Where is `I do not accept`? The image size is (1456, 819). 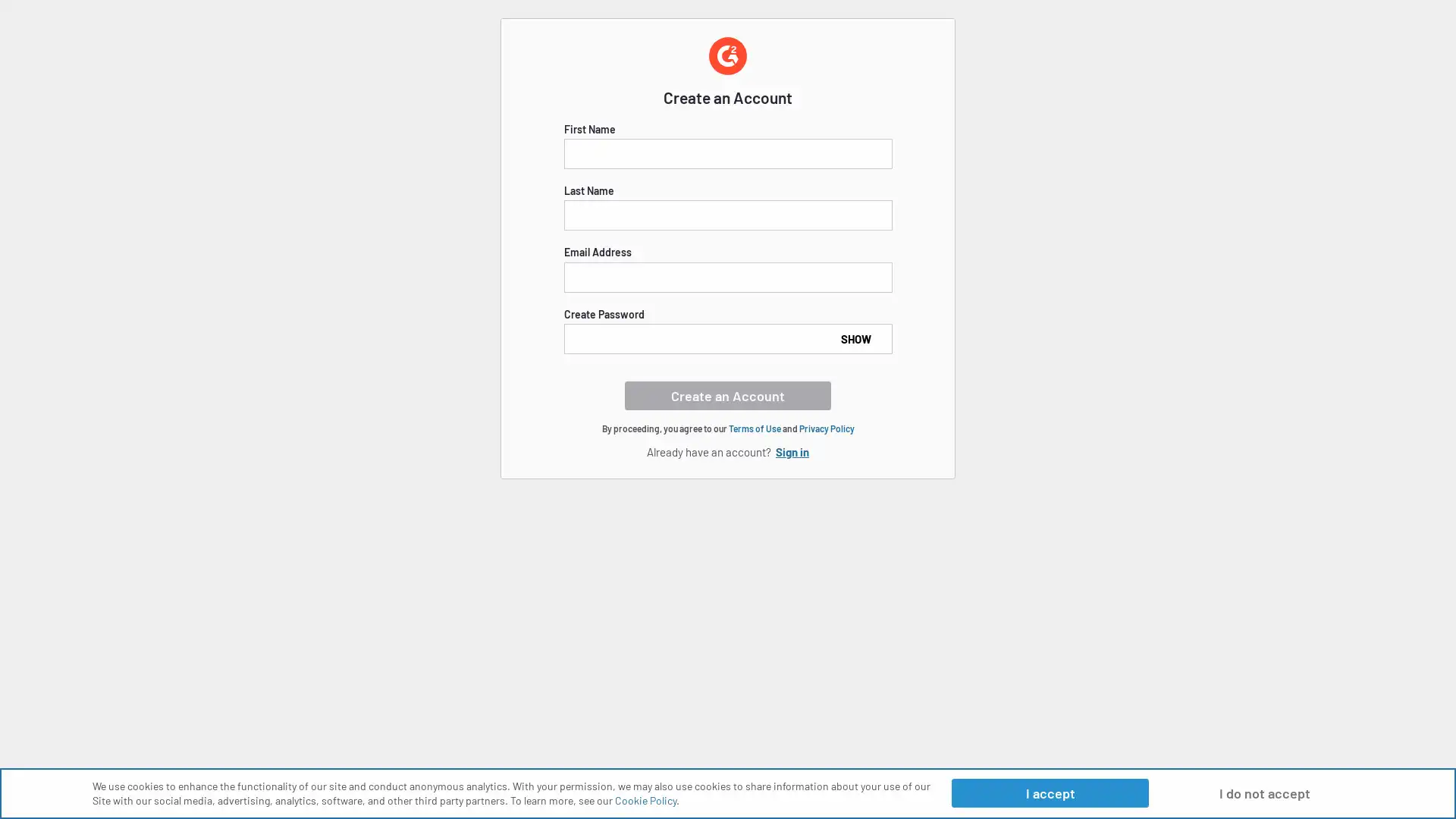
I do not accept is located at coordinates (1264, 792).